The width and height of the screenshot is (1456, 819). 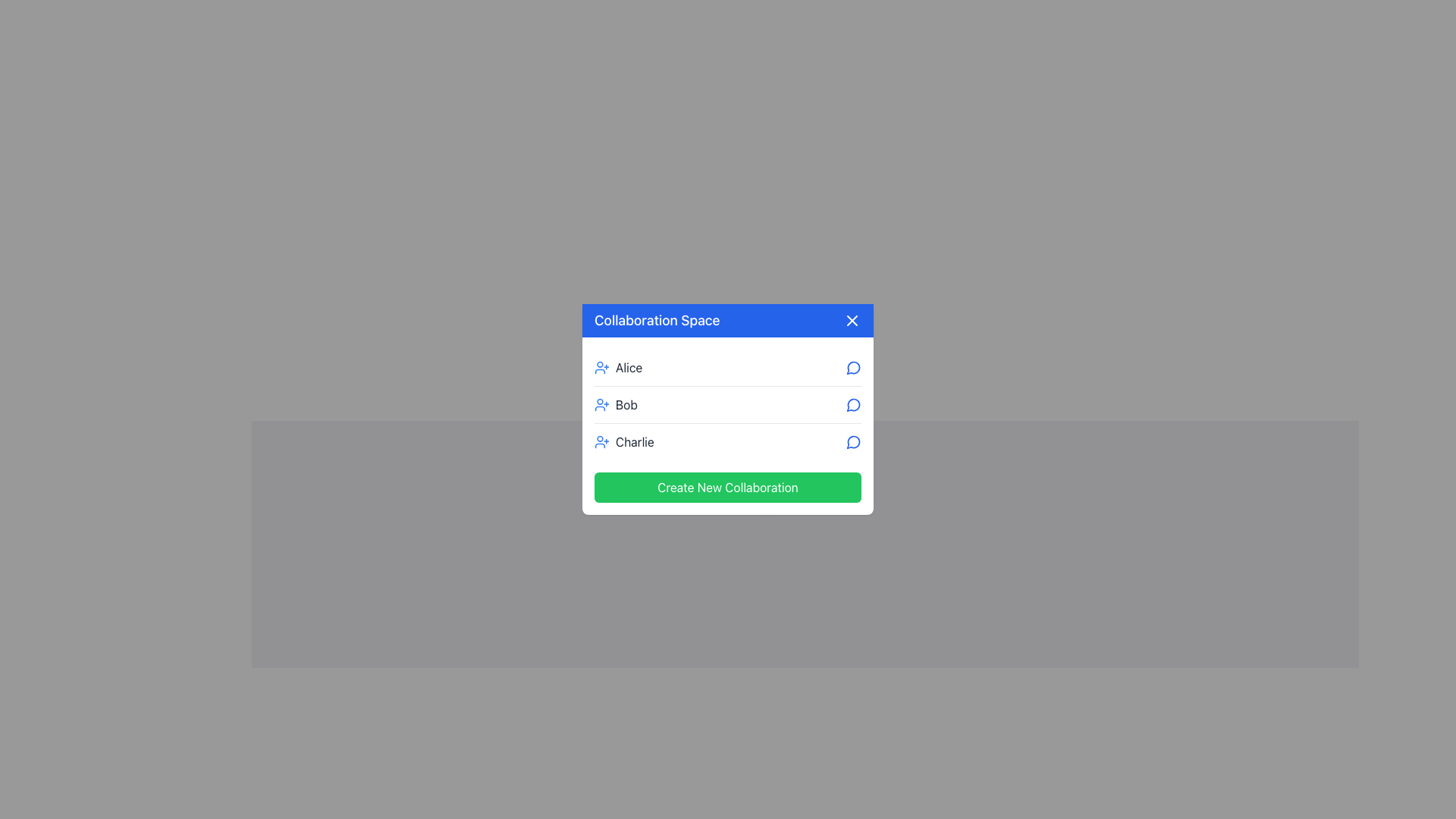 I want to click on the text label displaying 'Charlie' in dark gray font within the 'Collaboration Space' dialog box, so click(x=635, y=441).